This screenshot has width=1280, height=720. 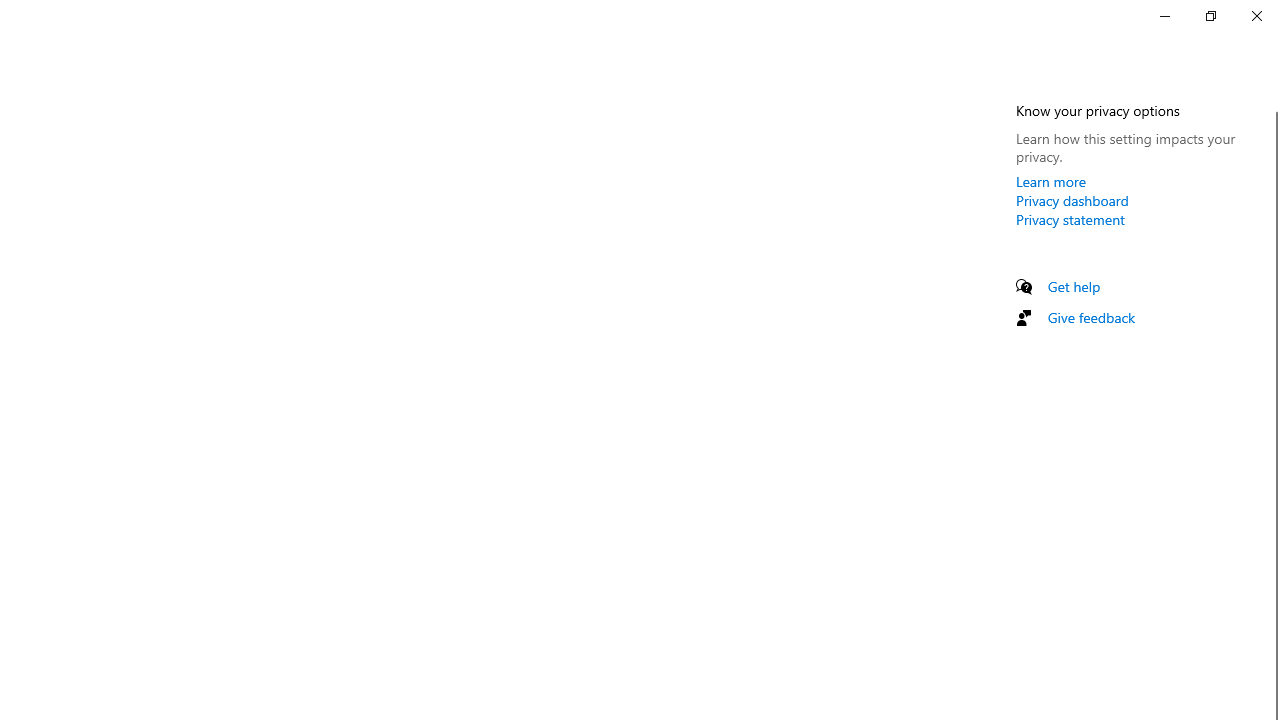 What do you see at coordinates (1050, 181) in the screenshot?
I see `'Learn more'` at bounding box center [1050, 181].